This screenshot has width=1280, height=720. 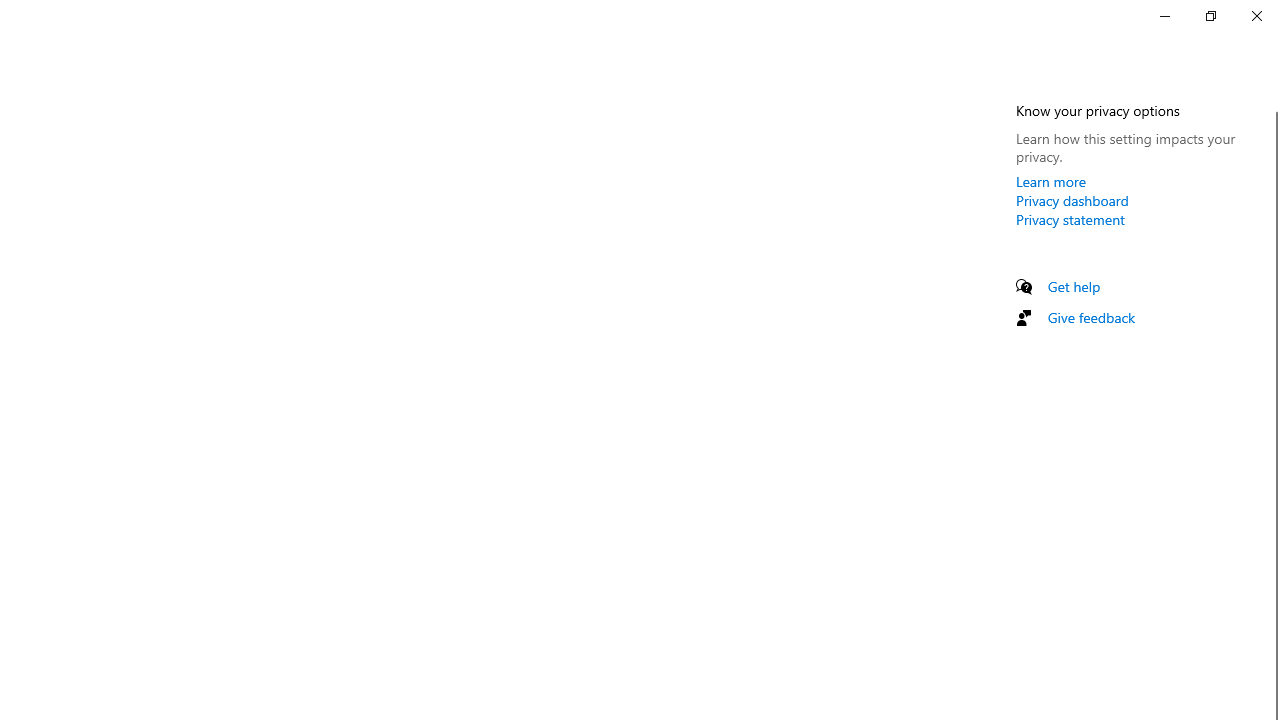 What do you see at coordinates (1050, 181) in the screenshot?
I see `'Learn more'` at bounding box center [1050, 181].